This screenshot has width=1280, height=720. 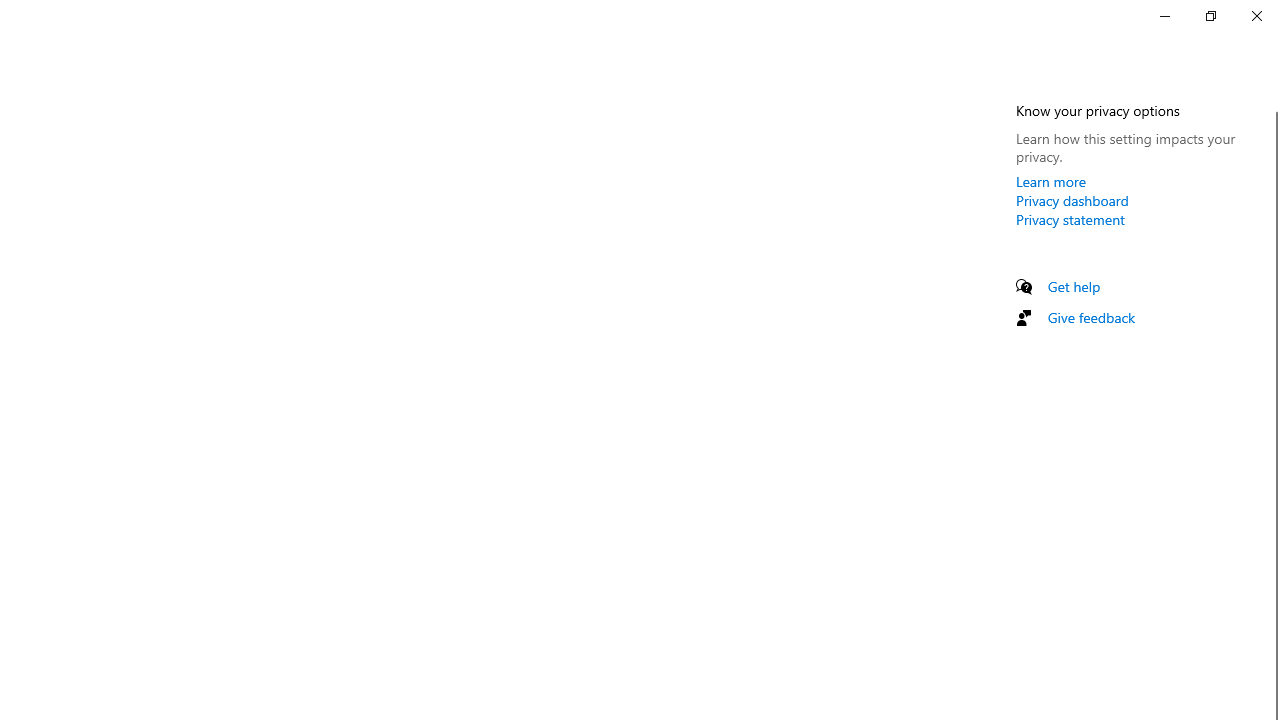 What do you see at coordinates (1050, 181) in the screenshot?
I see `'Learn more'` at bounding box center [1050, 181].